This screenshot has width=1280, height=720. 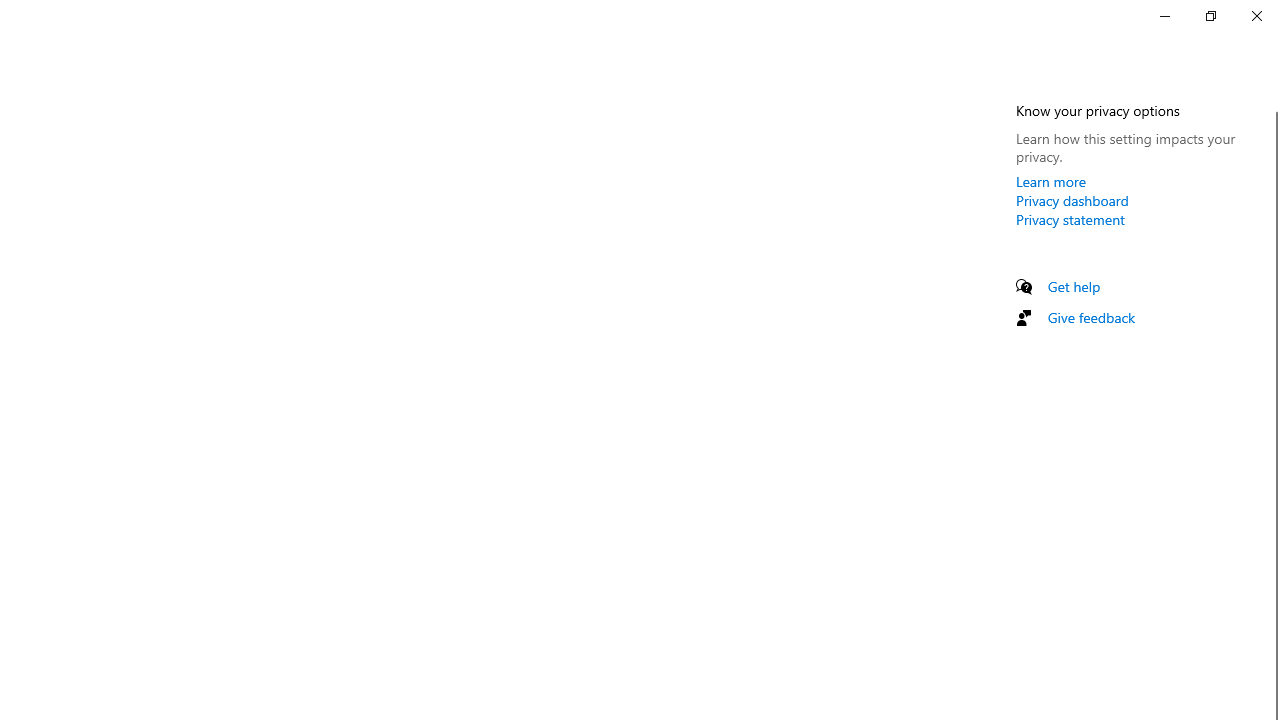 What do you see at coordinates (1050, 181) in the screenshot?
I see `'Learn more'` at bounding box center [1050, 181].